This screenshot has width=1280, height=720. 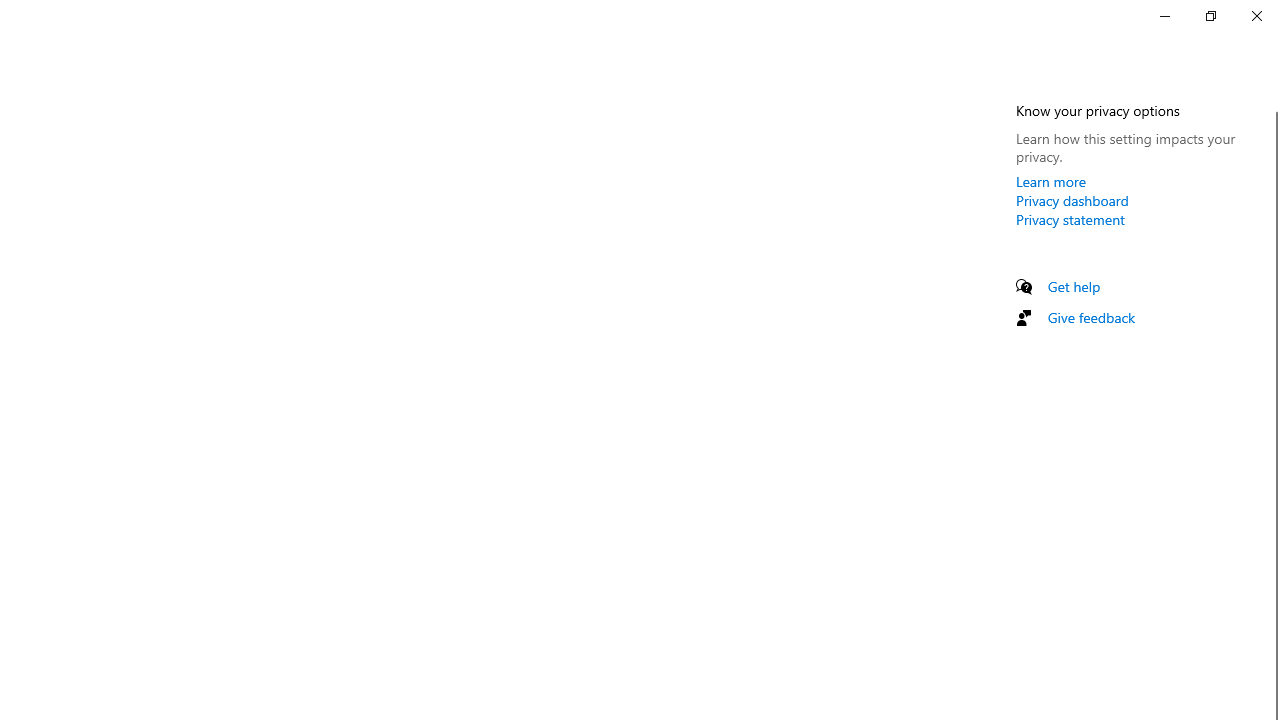 What do you see at coordinates (1050, 181) in the screenshot?
I see `'Learn more'` at bounding box center [1050, 181].